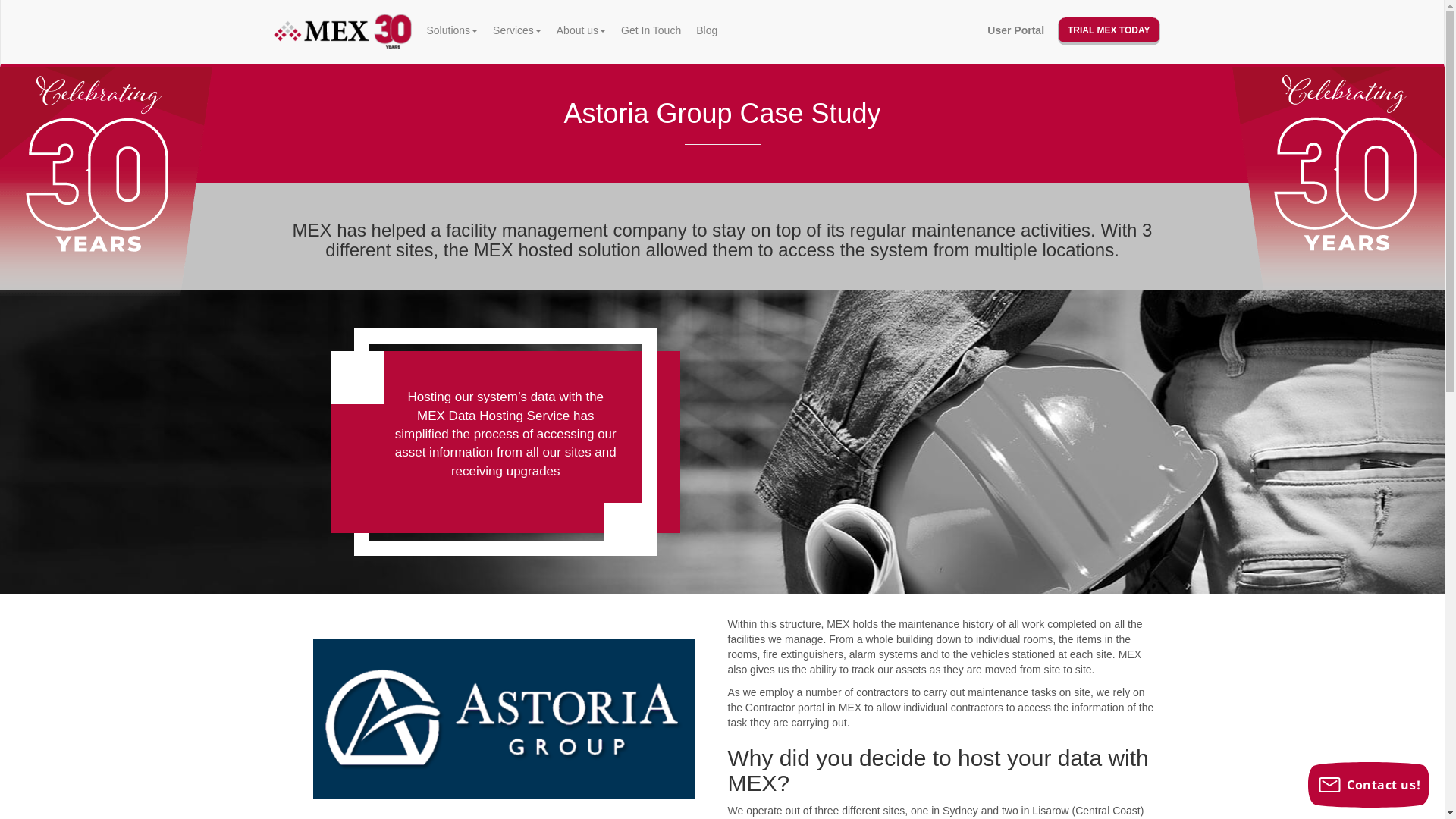  What do you see at coordinates (516, 30) in the screenshot?
I see `'Services'` at bounding box center [516, 30].